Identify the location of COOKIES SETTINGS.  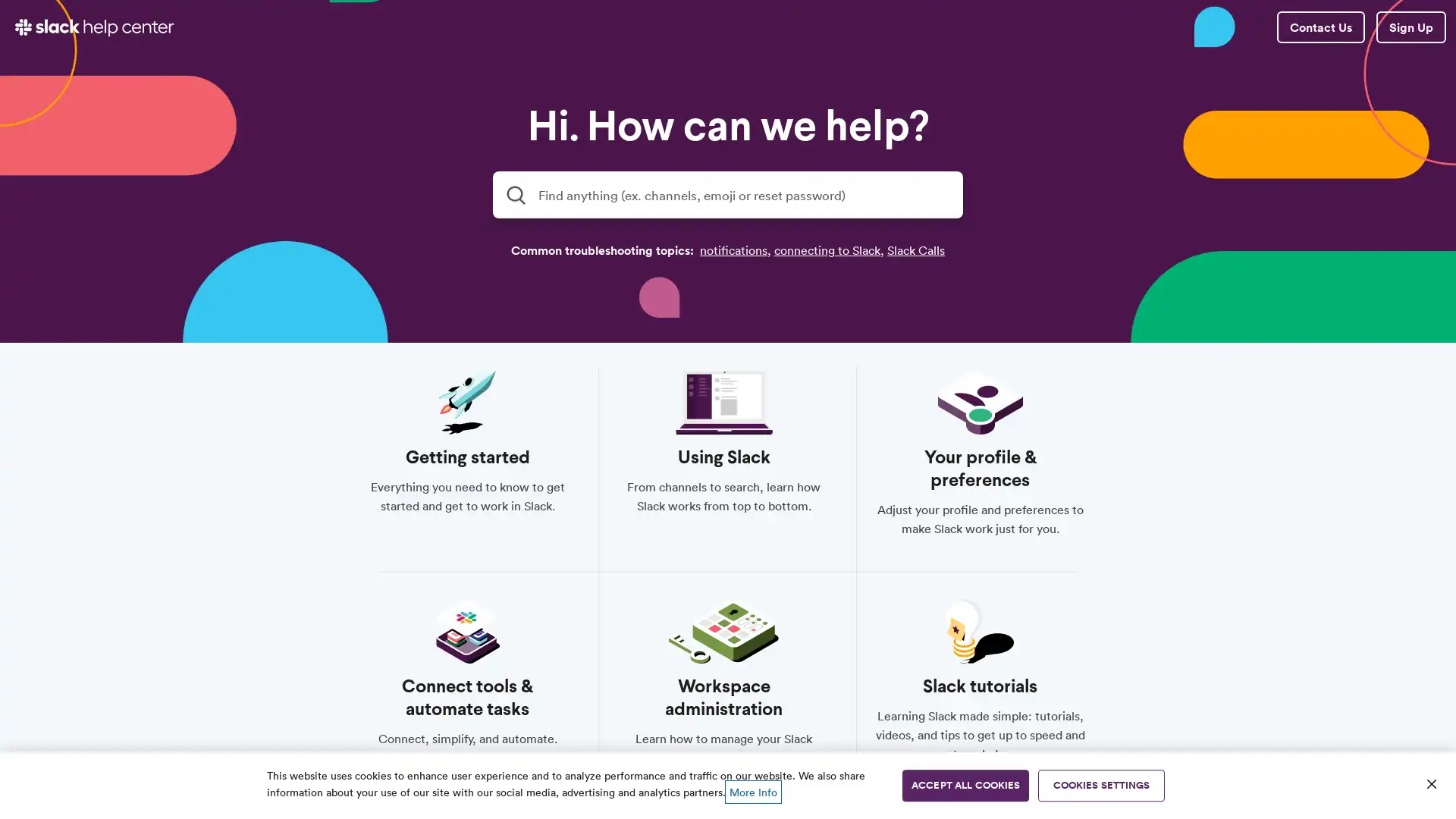
(1101, 785).